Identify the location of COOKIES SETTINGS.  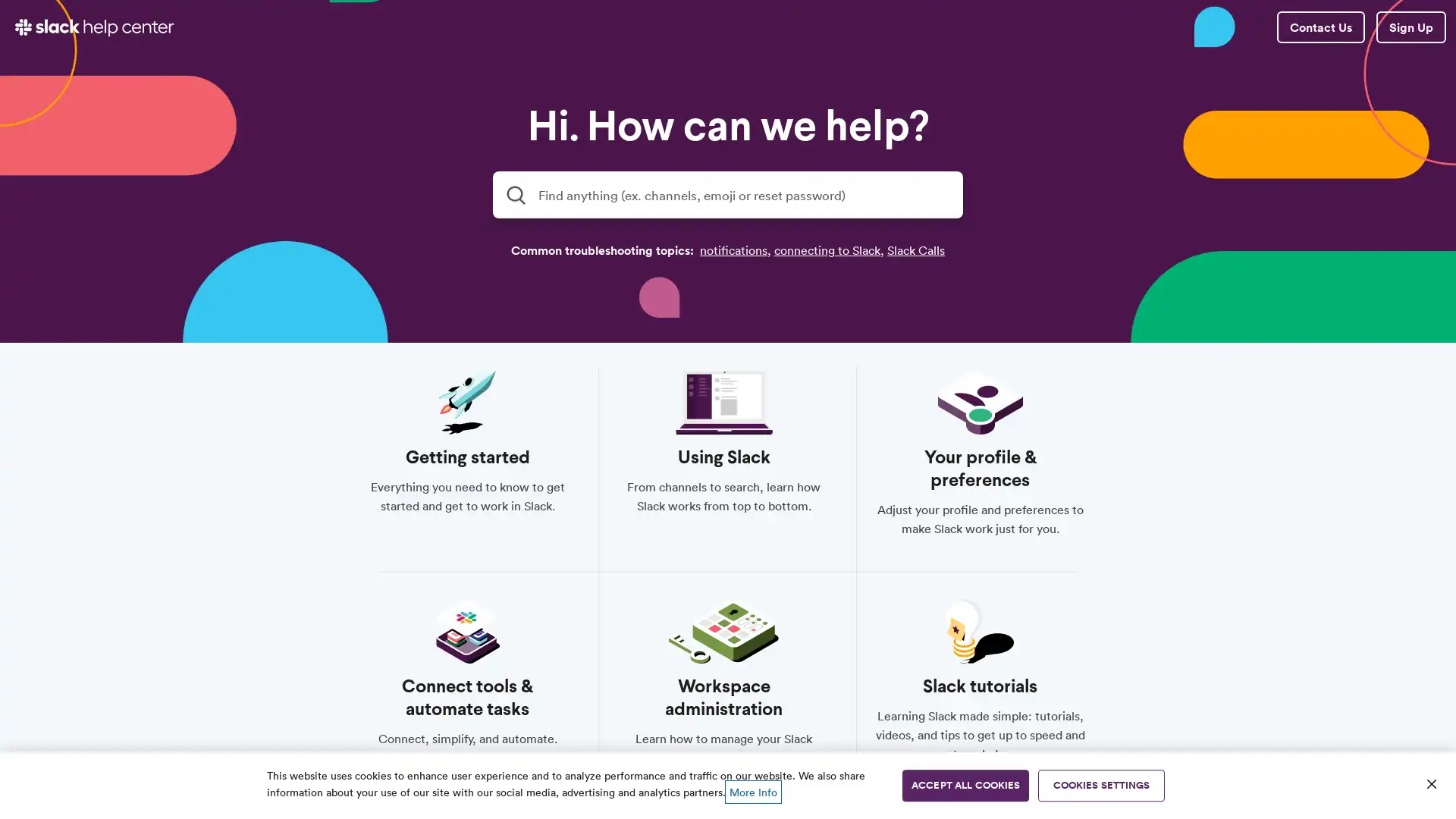
(1101, 785).